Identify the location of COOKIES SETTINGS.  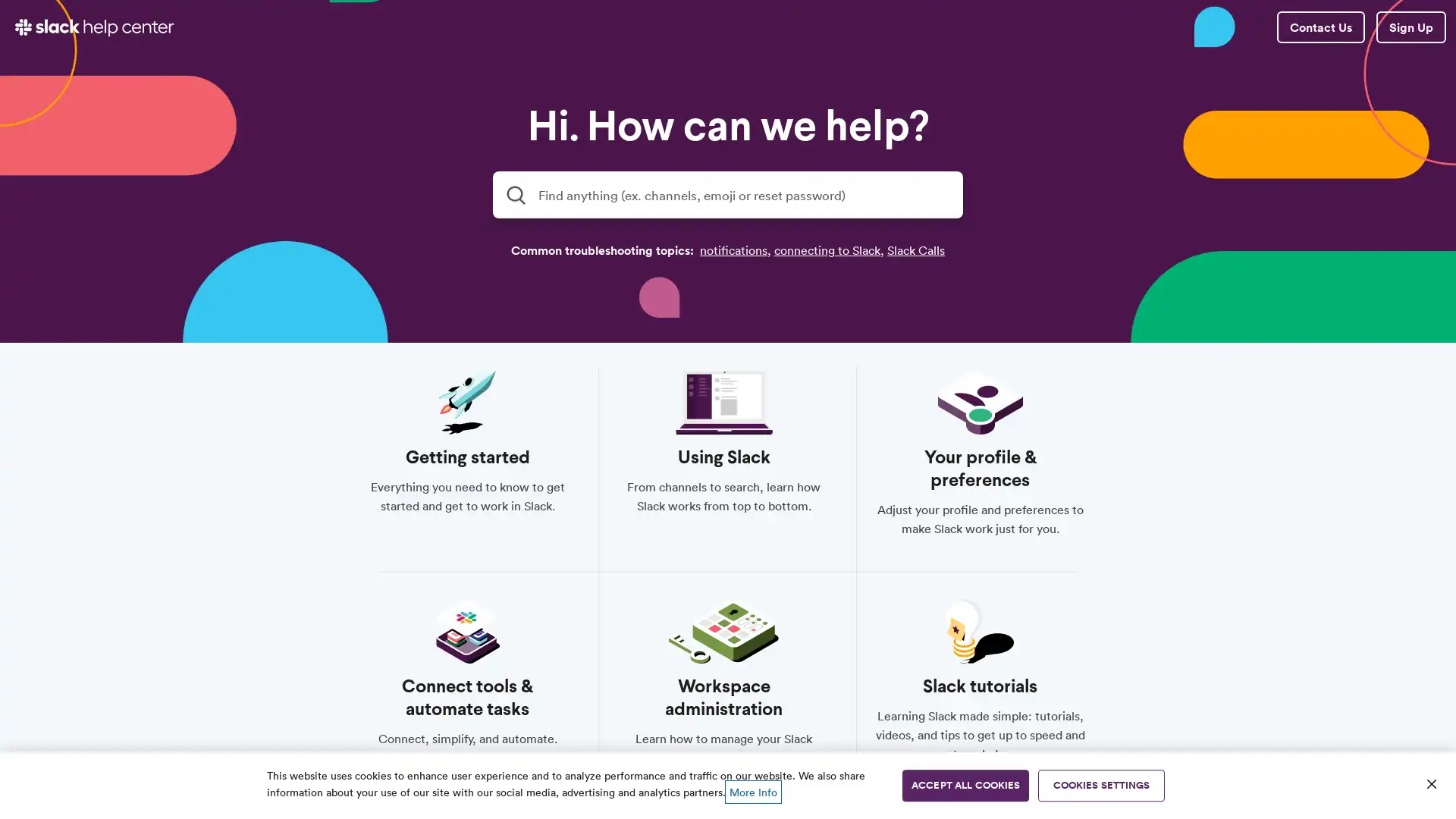
(1101, 785).